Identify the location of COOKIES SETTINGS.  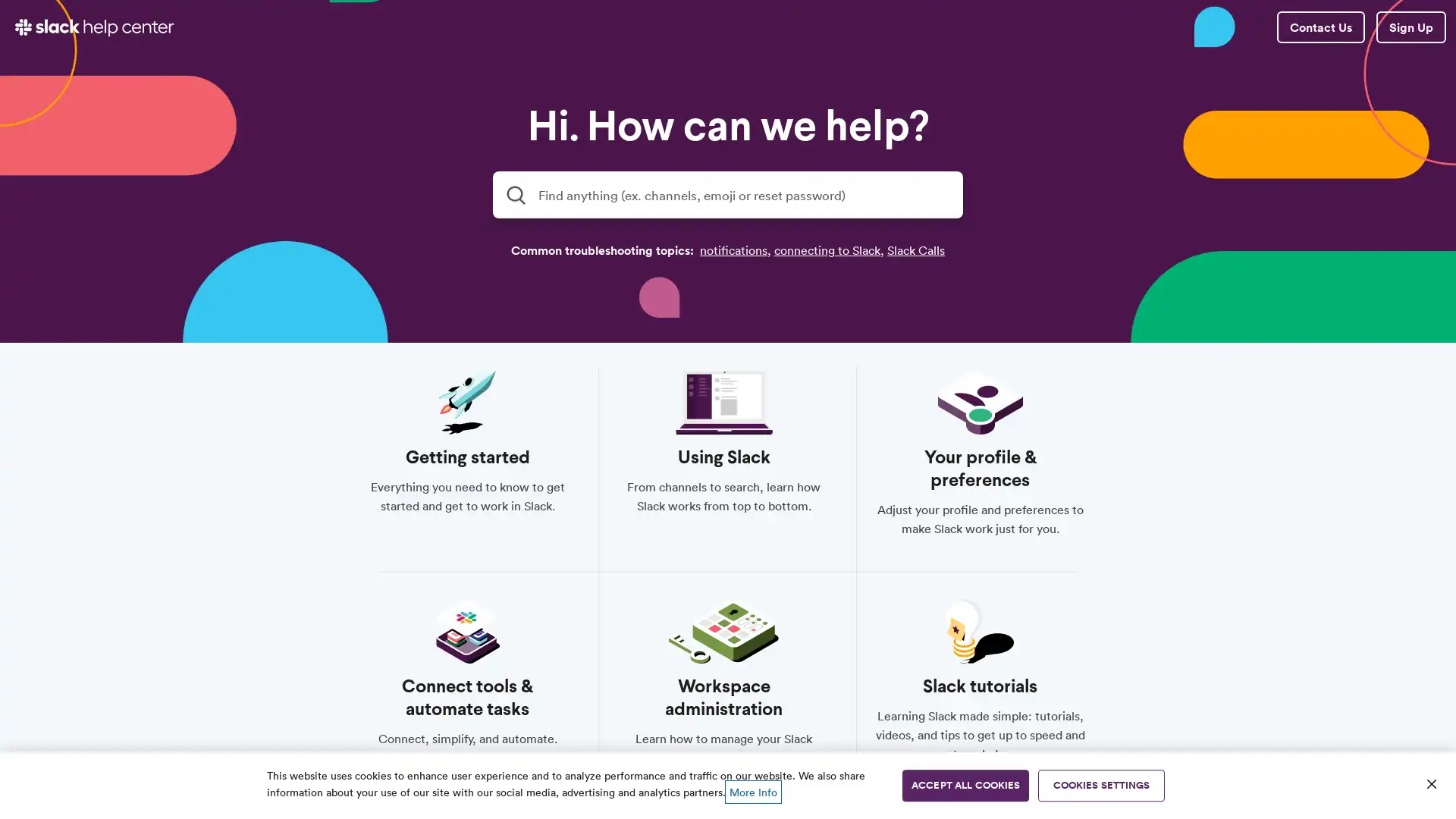
(1101, 785).